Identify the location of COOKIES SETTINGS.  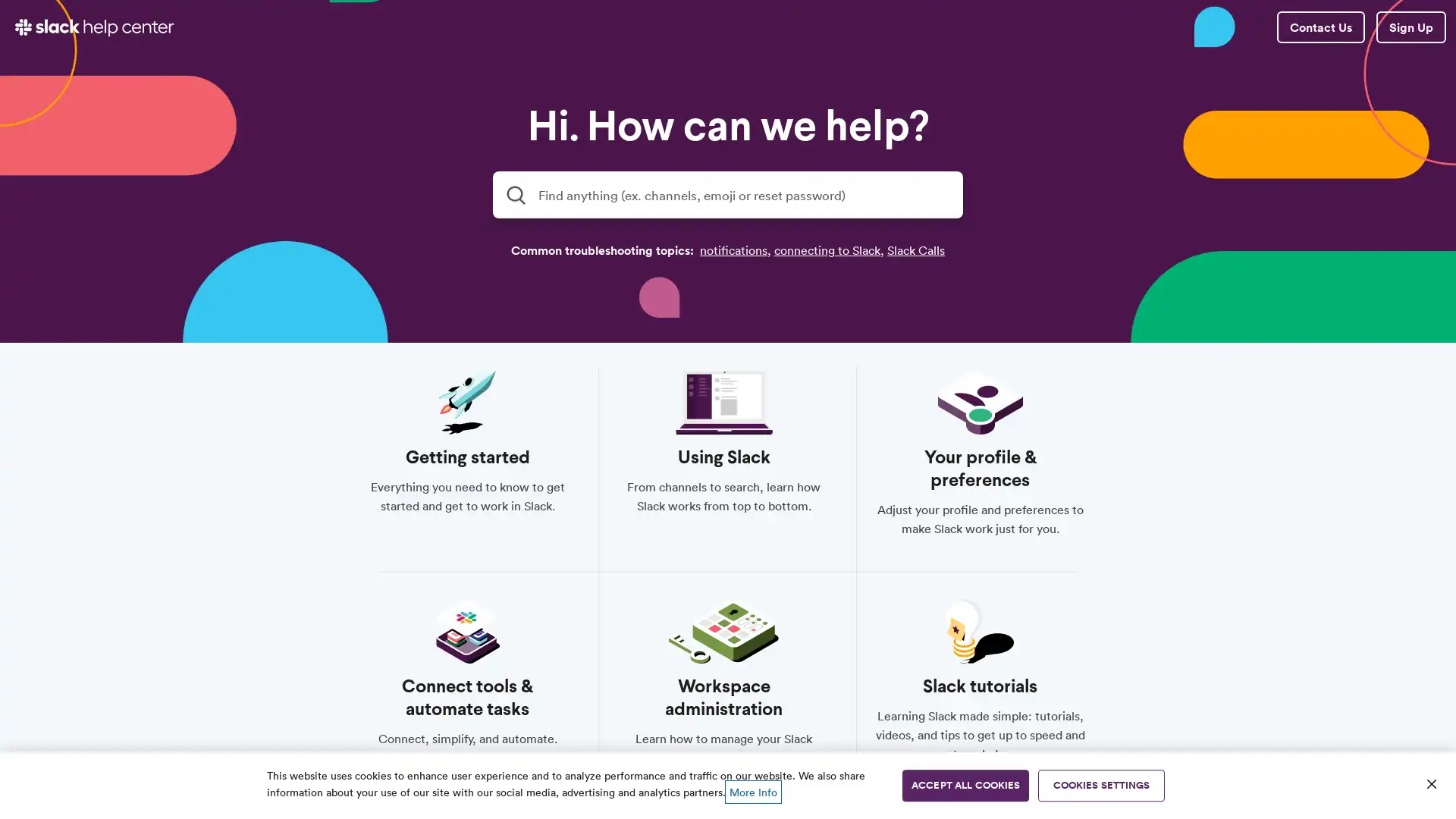
(1101, 785).